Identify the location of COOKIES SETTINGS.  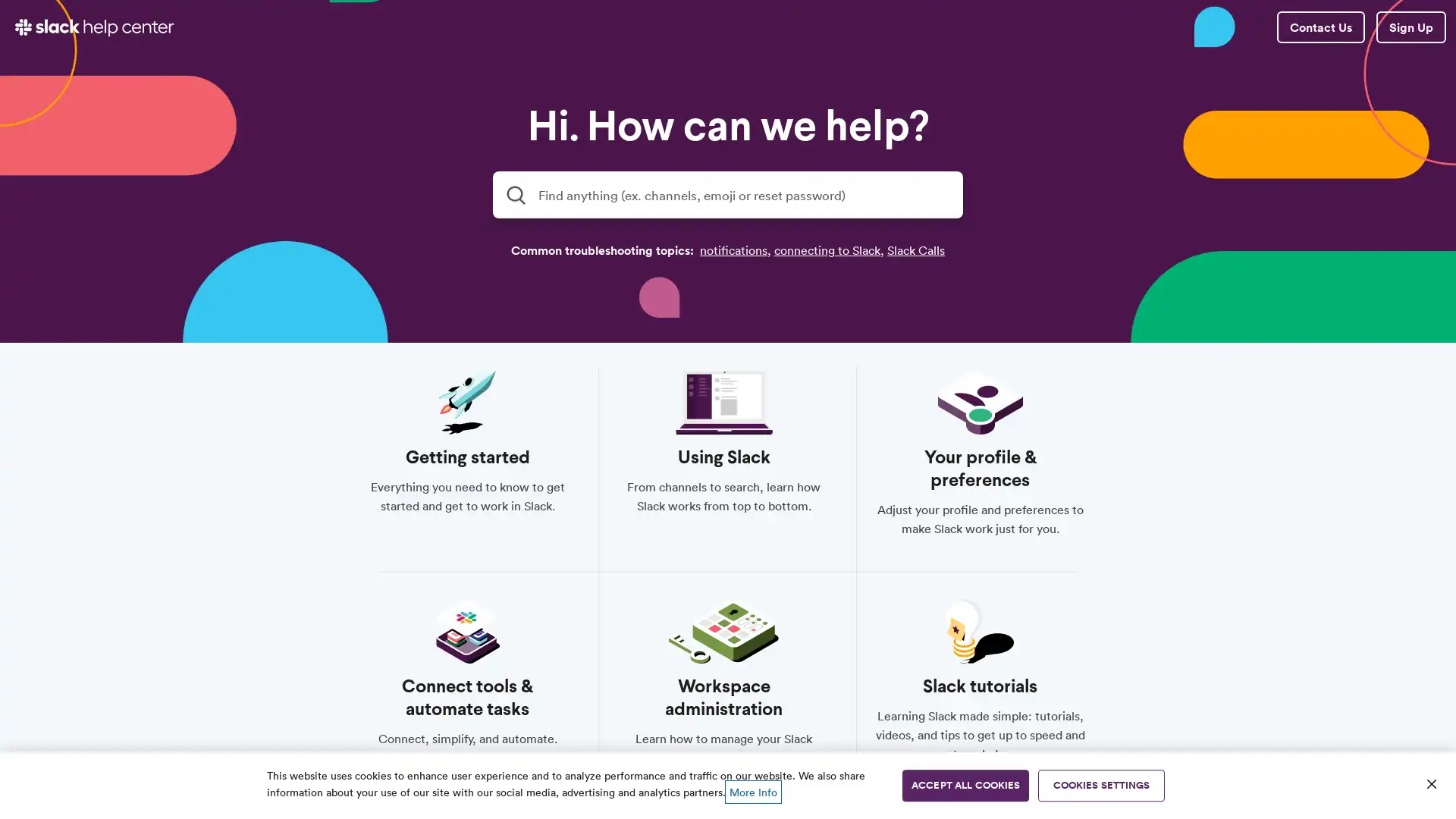
(1101, 785).